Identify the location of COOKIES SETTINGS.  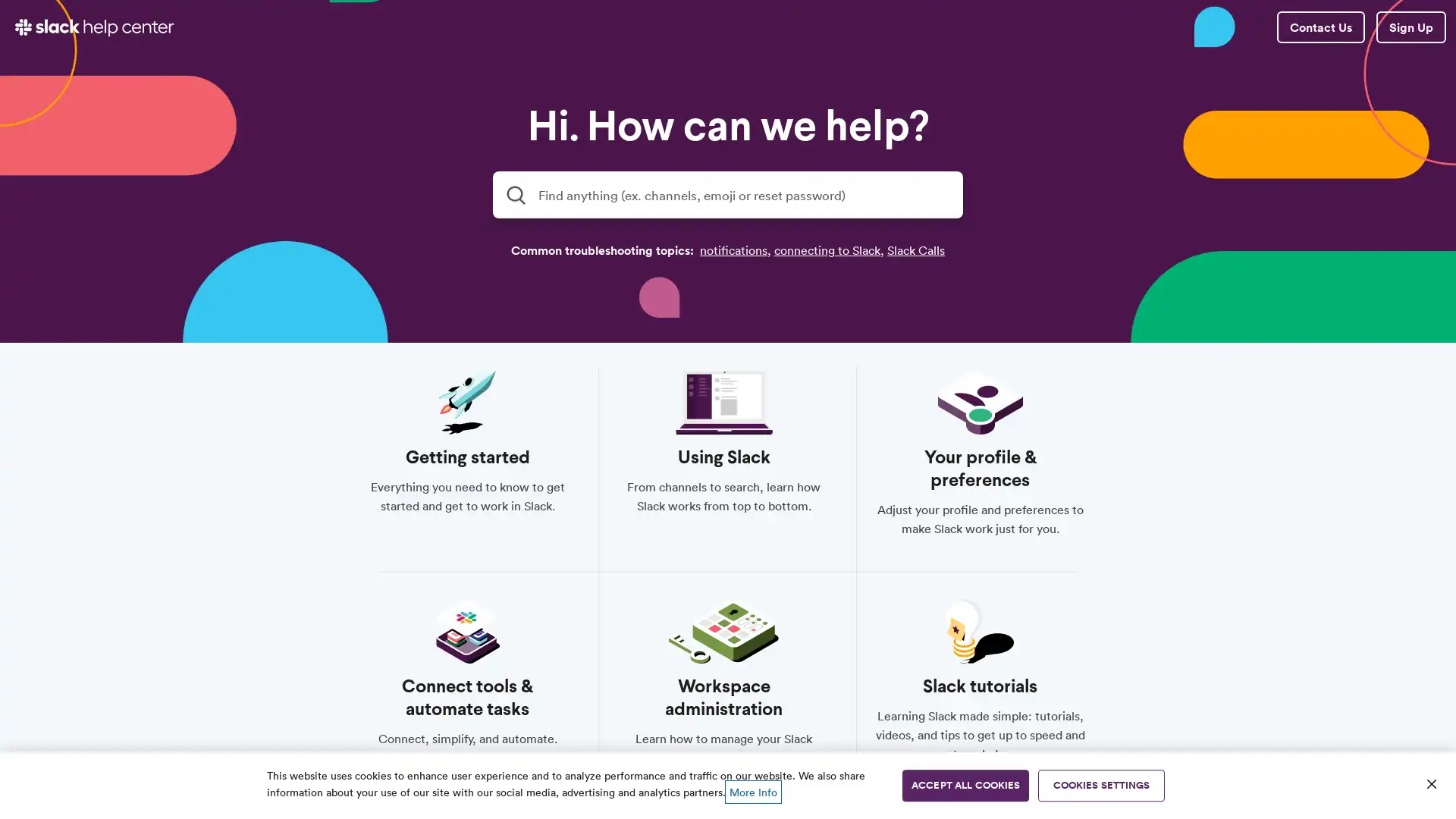
(1101, 785).